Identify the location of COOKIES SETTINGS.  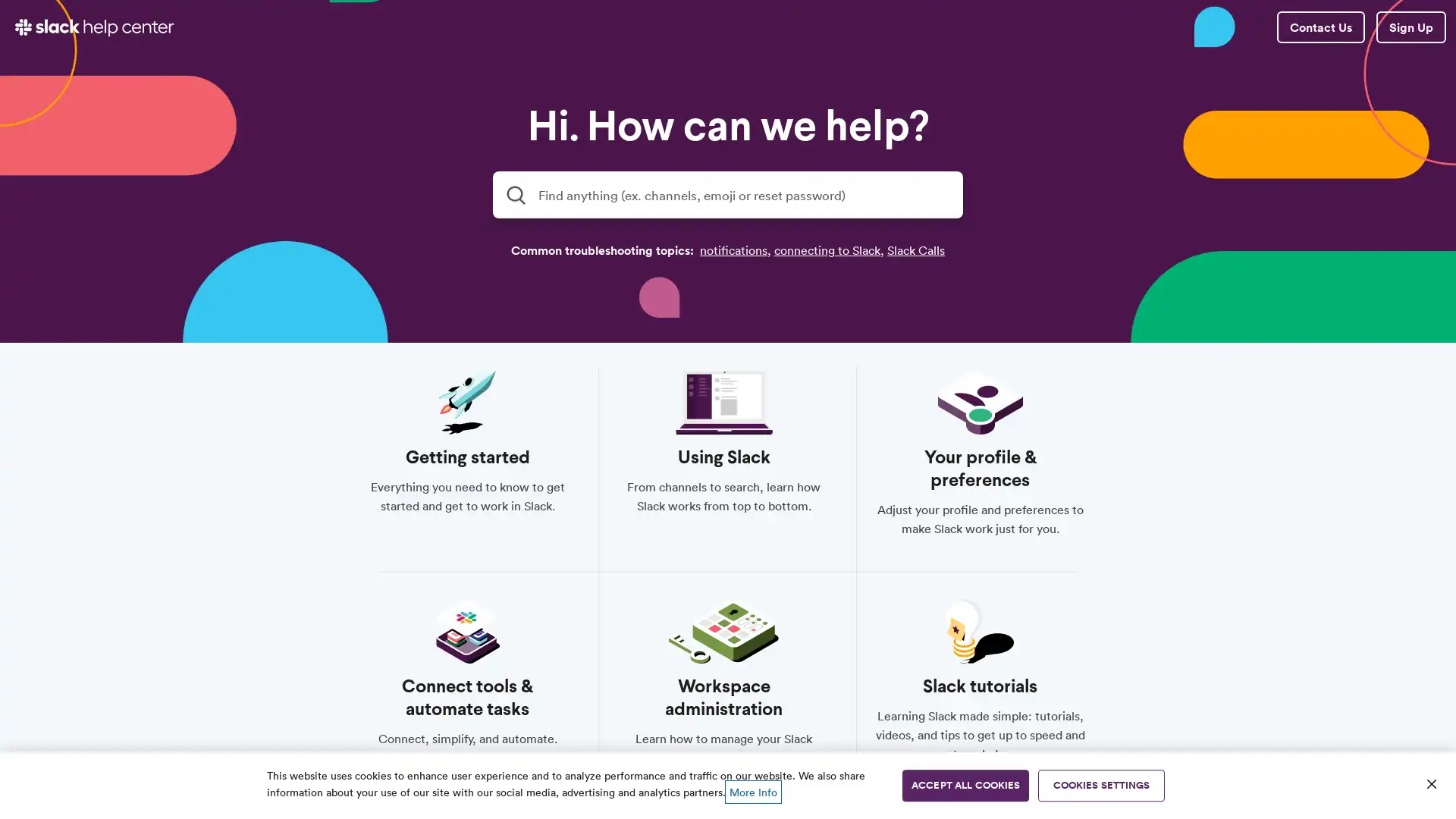
(1101, 785).